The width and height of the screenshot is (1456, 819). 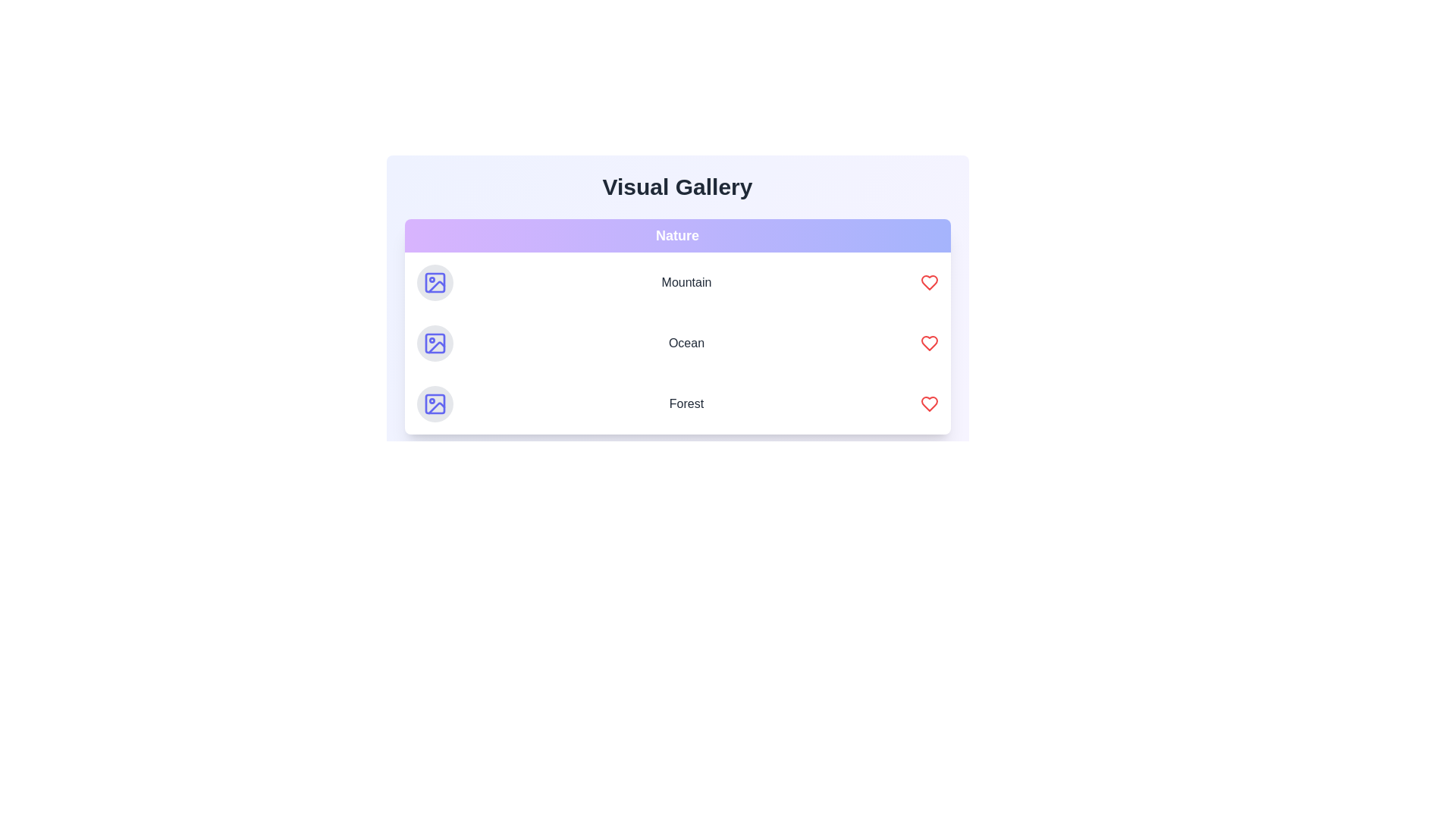 I want to click on the item Forest to see its hover effect, so click(x=676, y=403).